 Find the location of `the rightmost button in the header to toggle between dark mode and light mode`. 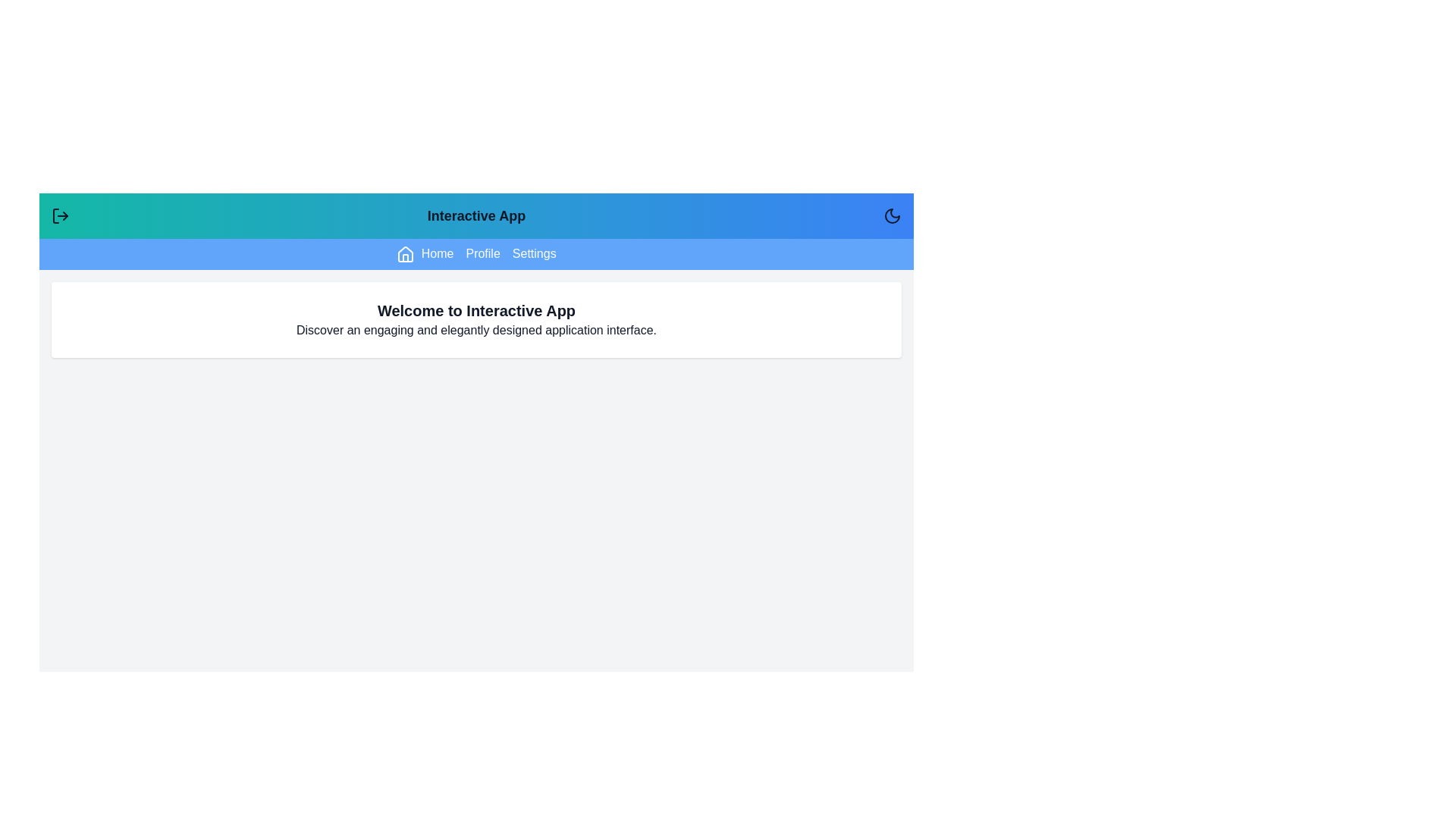

the rightmost button in the header to toggle between dark mode and light mode is located at coordinates (892, 216).